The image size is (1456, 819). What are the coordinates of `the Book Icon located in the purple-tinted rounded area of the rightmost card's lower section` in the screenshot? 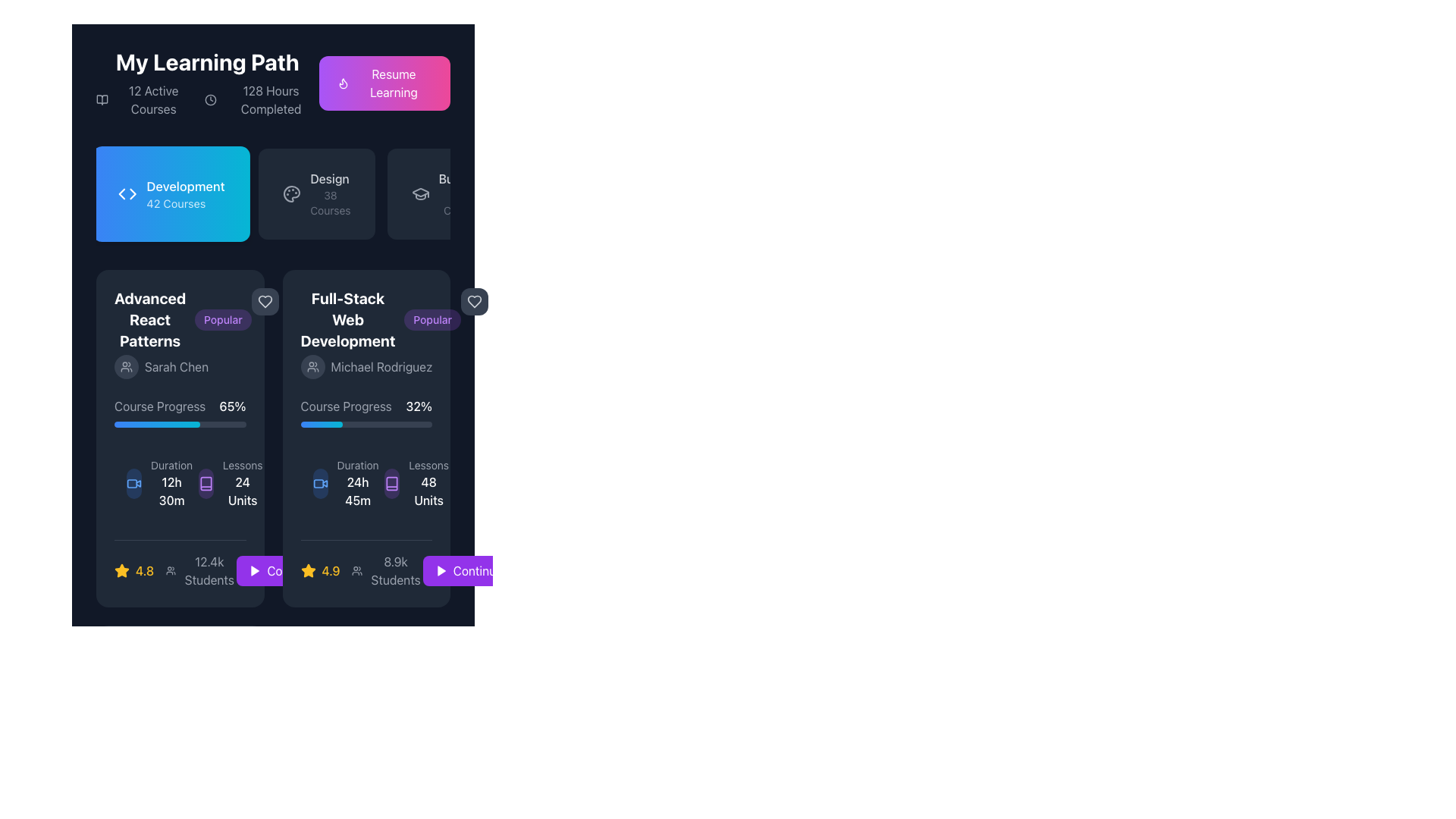 It's located at (392, 483).